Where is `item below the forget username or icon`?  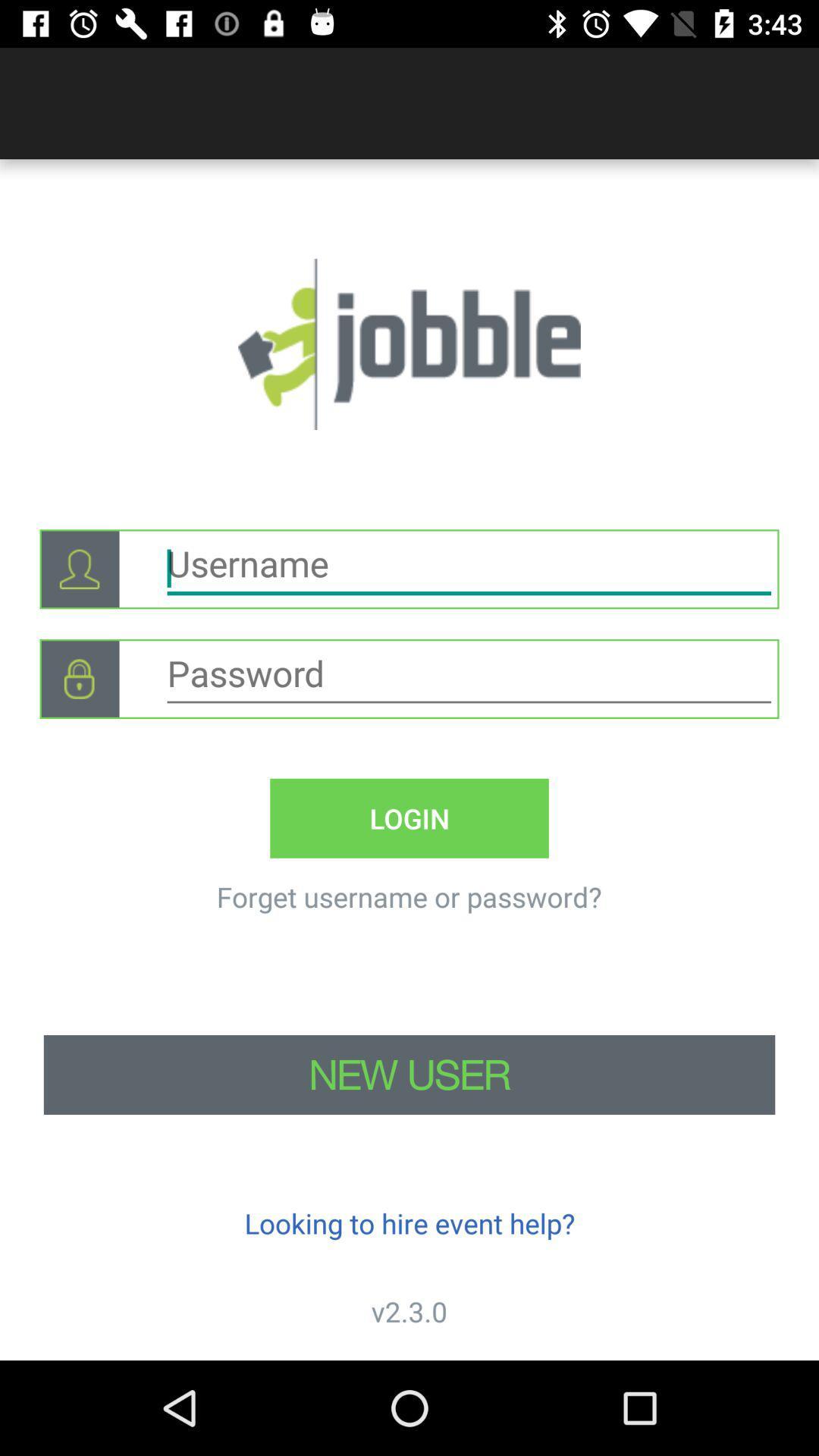
item below the forget username or icon is located at coordinates (409, 1074).